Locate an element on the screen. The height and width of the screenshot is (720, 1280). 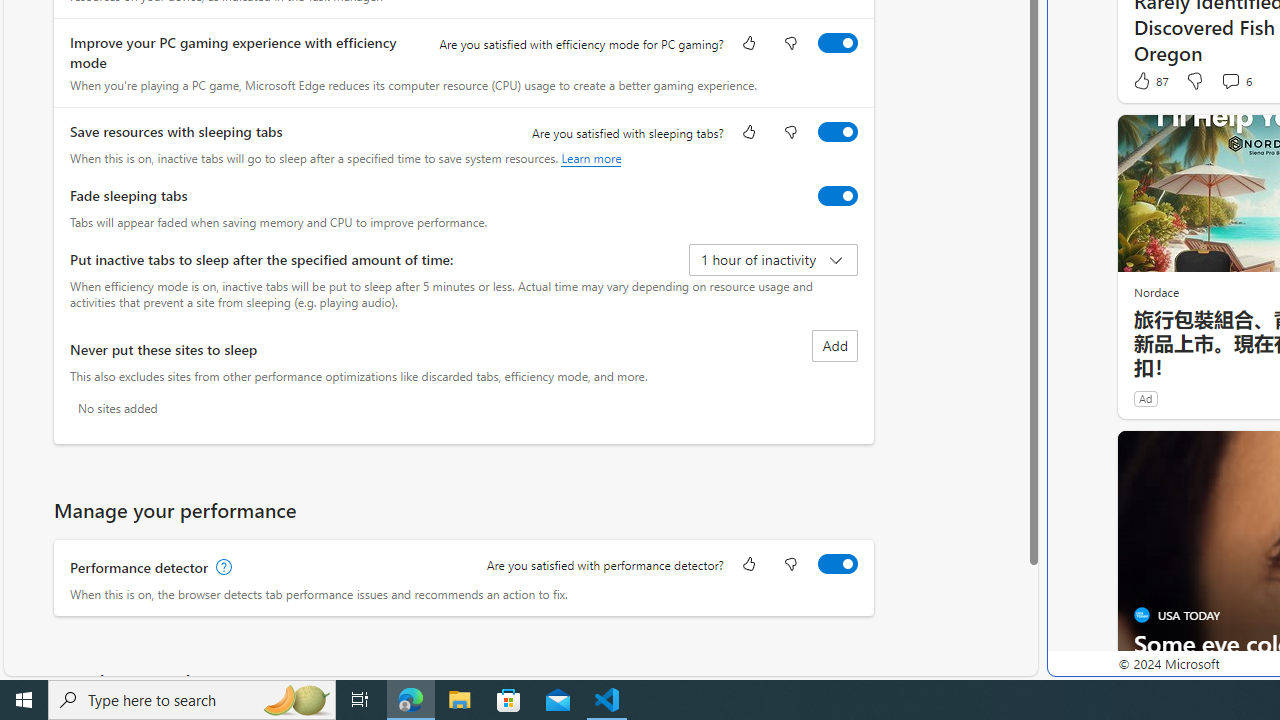
'Nordace' is located at coordinates (1155, 291).